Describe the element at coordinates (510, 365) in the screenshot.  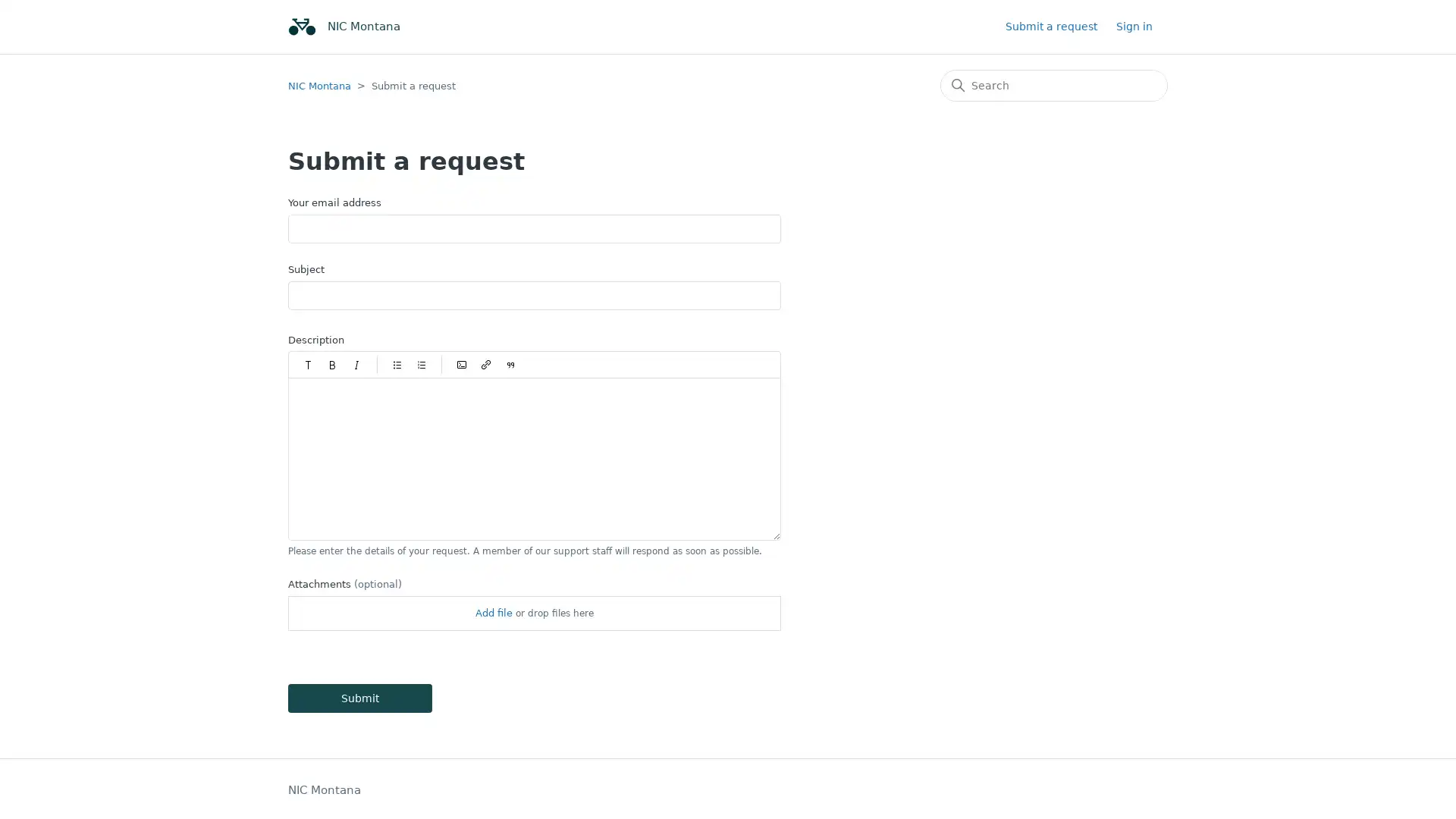
I see `Quote` at that location.